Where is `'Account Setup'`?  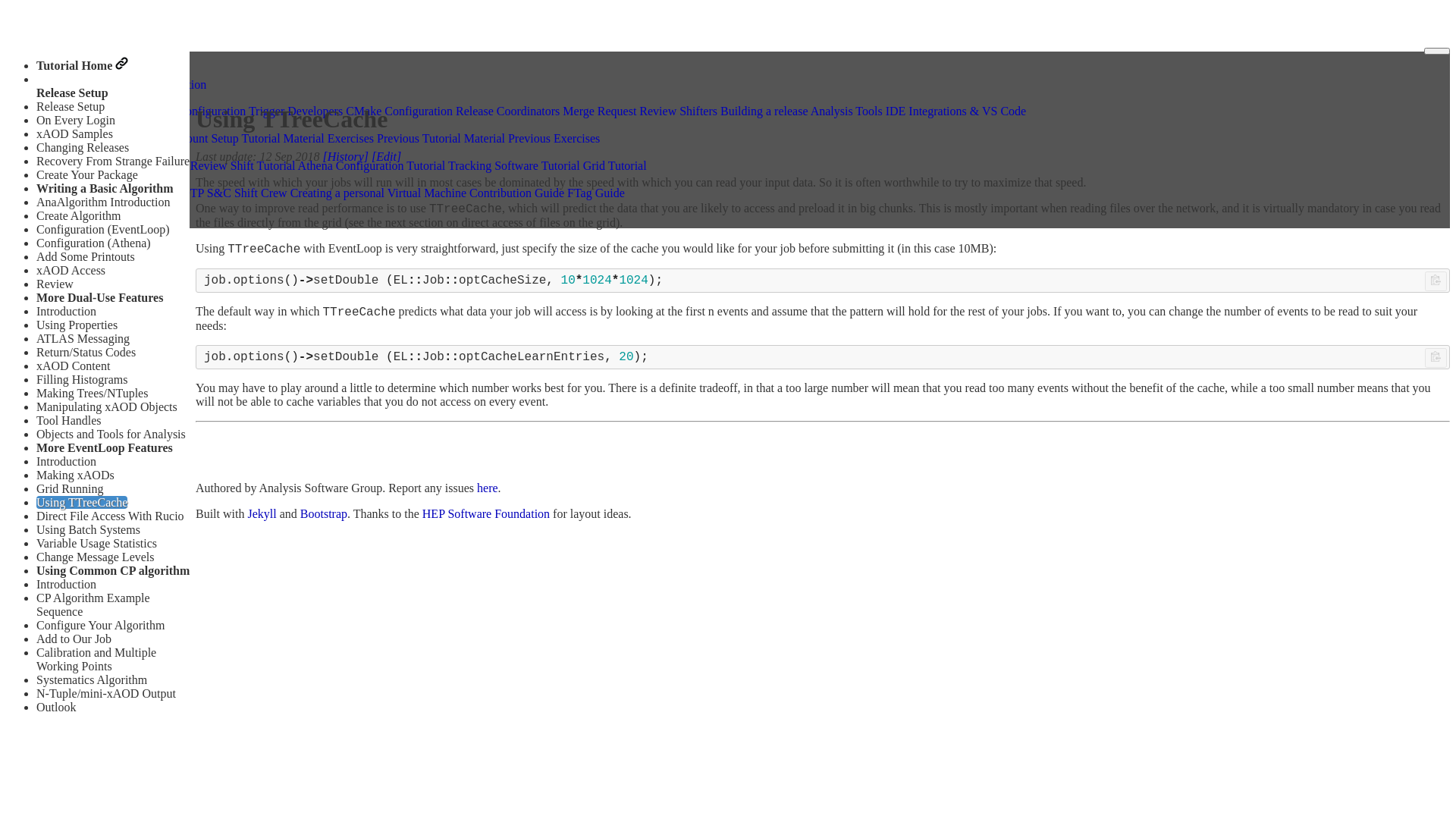
'Account Setup' is located at coordinates (202, 138).